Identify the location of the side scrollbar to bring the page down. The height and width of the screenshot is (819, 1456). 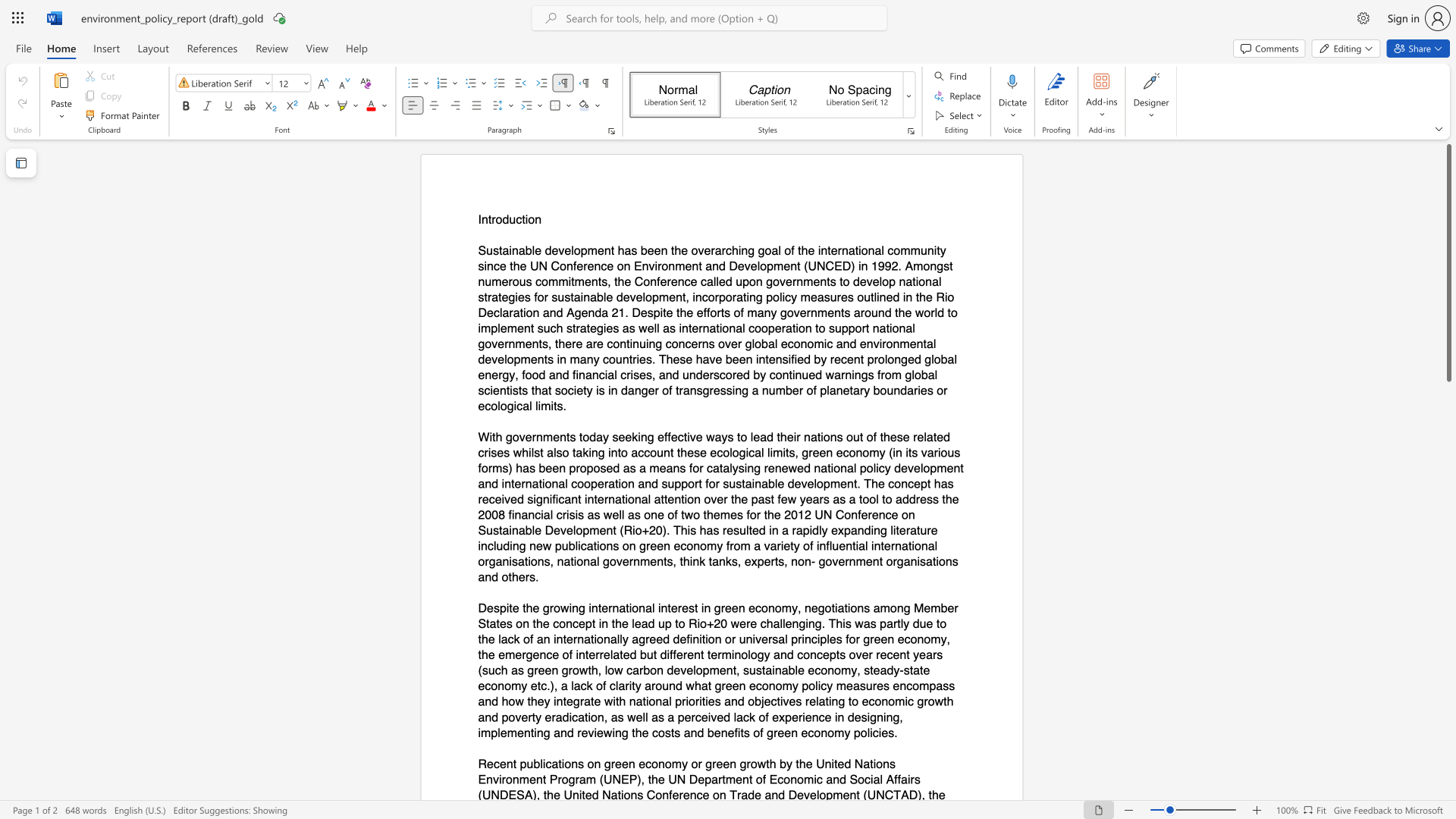
(1448, 400).